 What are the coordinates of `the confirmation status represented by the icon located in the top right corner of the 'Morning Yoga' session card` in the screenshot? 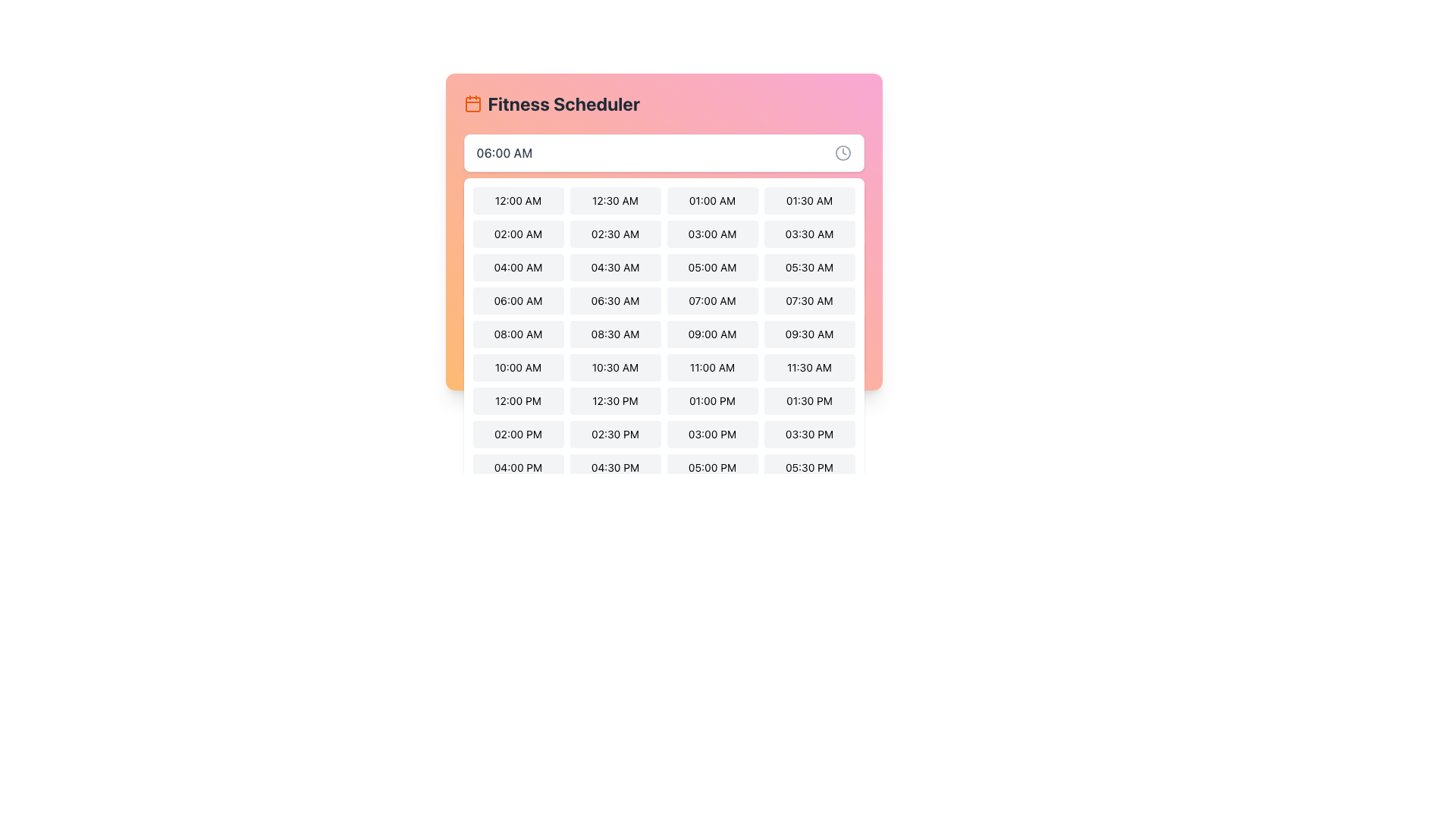 It's located at (843, 268).